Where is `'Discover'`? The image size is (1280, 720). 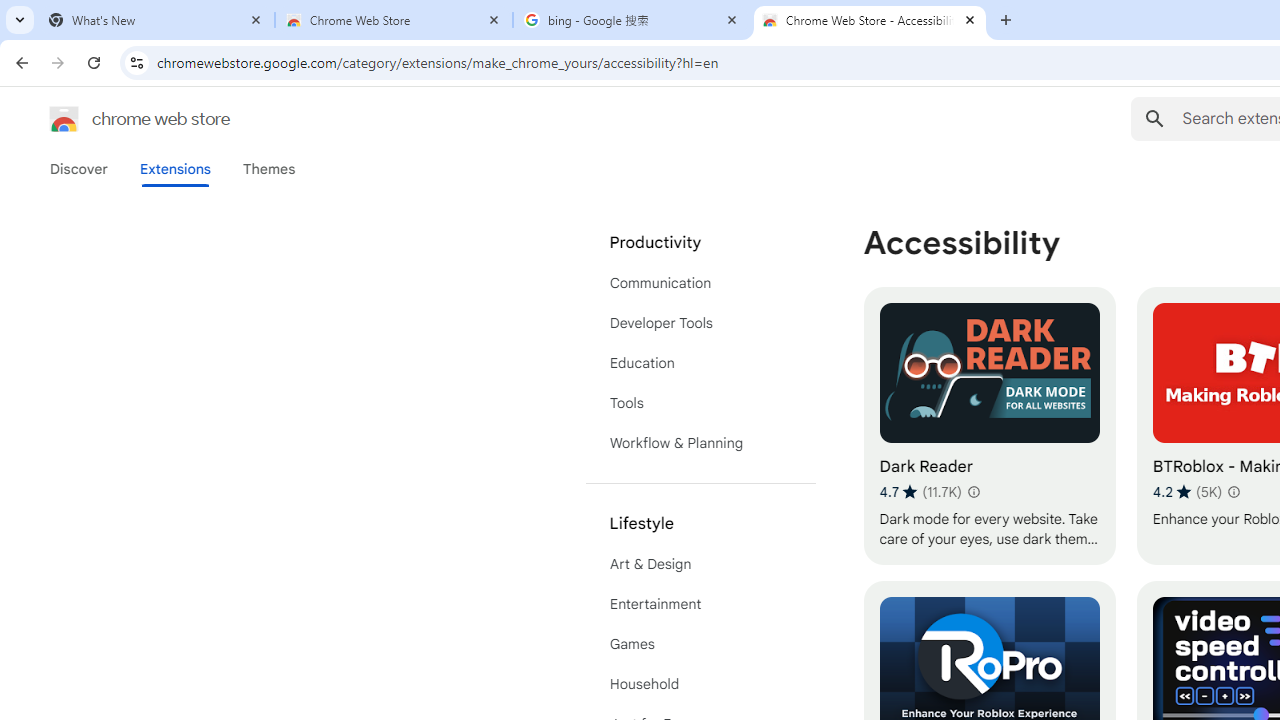 'Discover' is located at coordinates (79, 168).